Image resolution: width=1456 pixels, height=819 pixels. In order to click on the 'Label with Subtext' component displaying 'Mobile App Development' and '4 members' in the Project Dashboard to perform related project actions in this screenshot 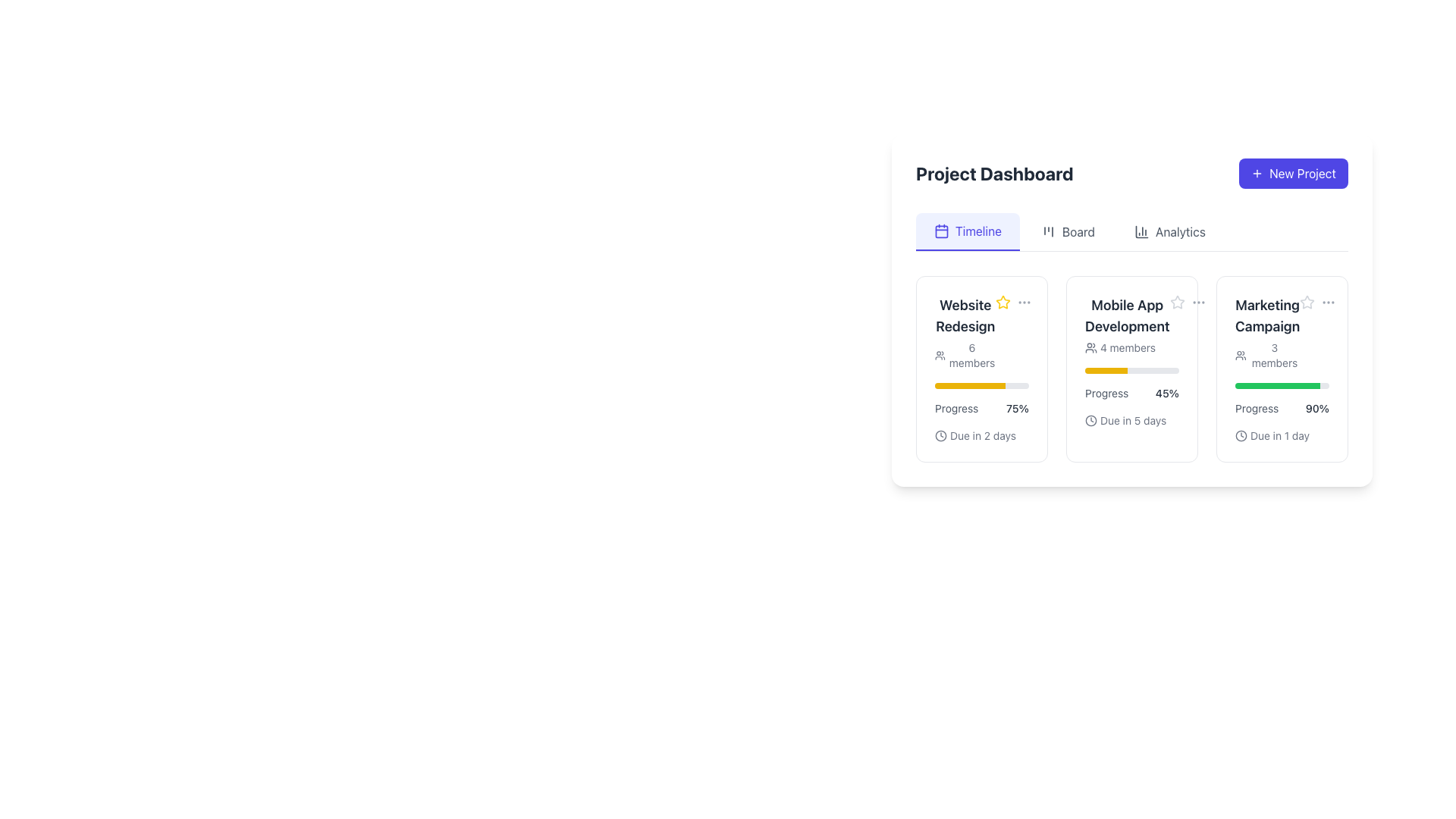, I will do `click(1127, 324)`.